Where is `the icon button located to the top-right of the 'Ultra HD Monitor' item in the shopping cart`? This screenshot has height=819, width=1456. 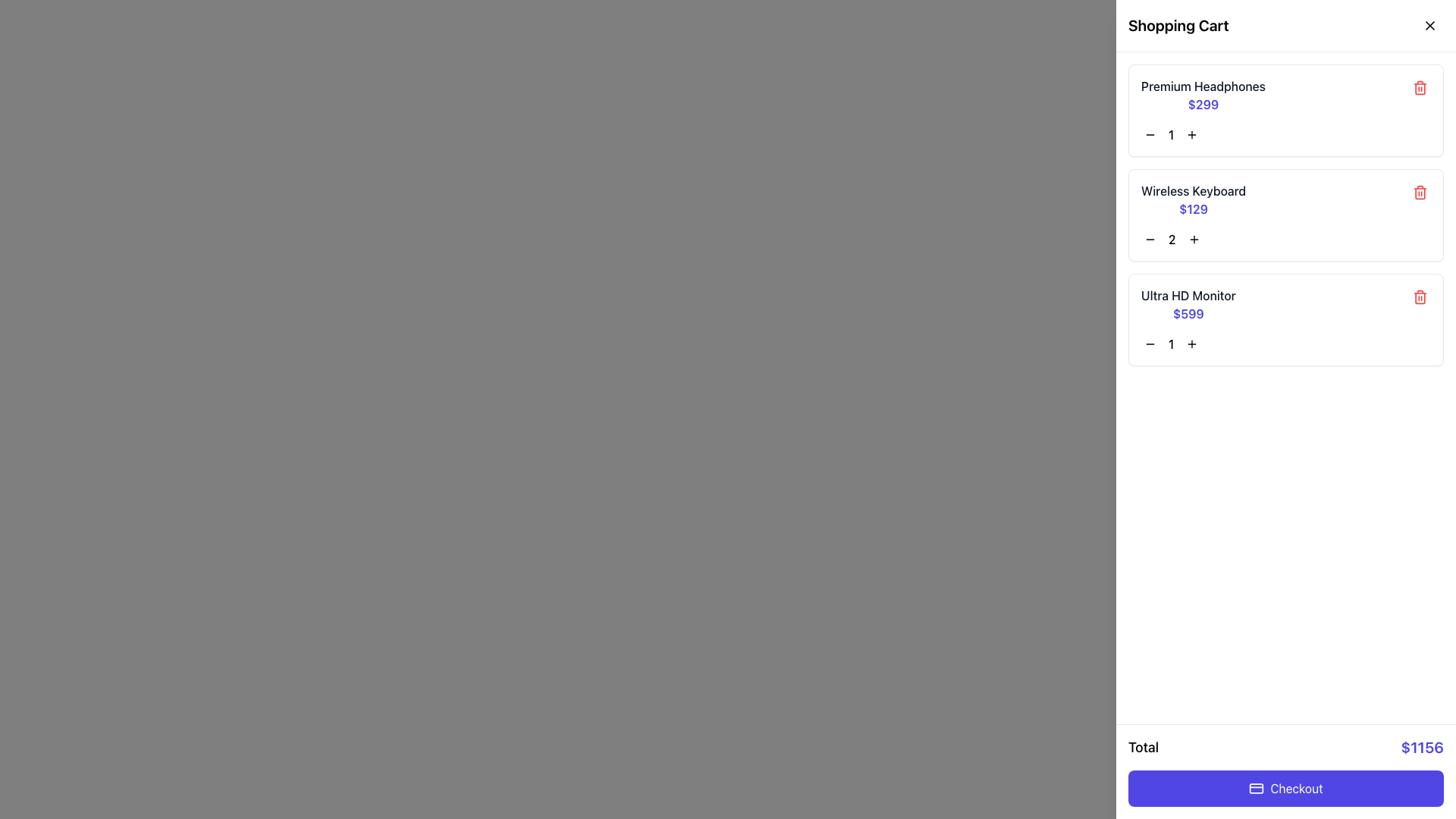
the icon button located to the top-right of the 'Ultra HD Monitor' item in the shopping cart is located at coordinates (1419, 297).